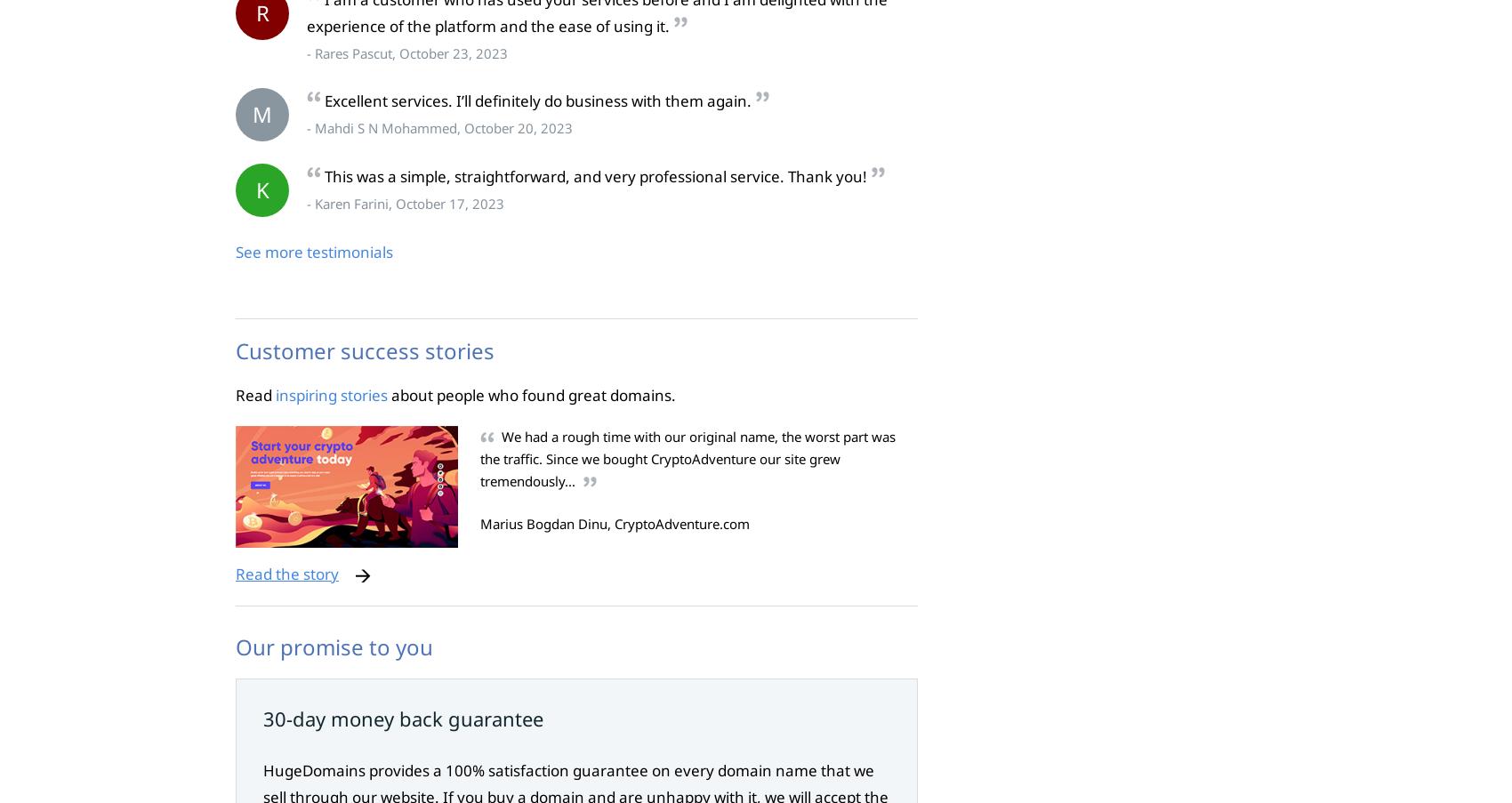  What do you see at coordinates (286, 573) in the screenshot?
I see `'Read the story'` at bounding box center [286, 573].